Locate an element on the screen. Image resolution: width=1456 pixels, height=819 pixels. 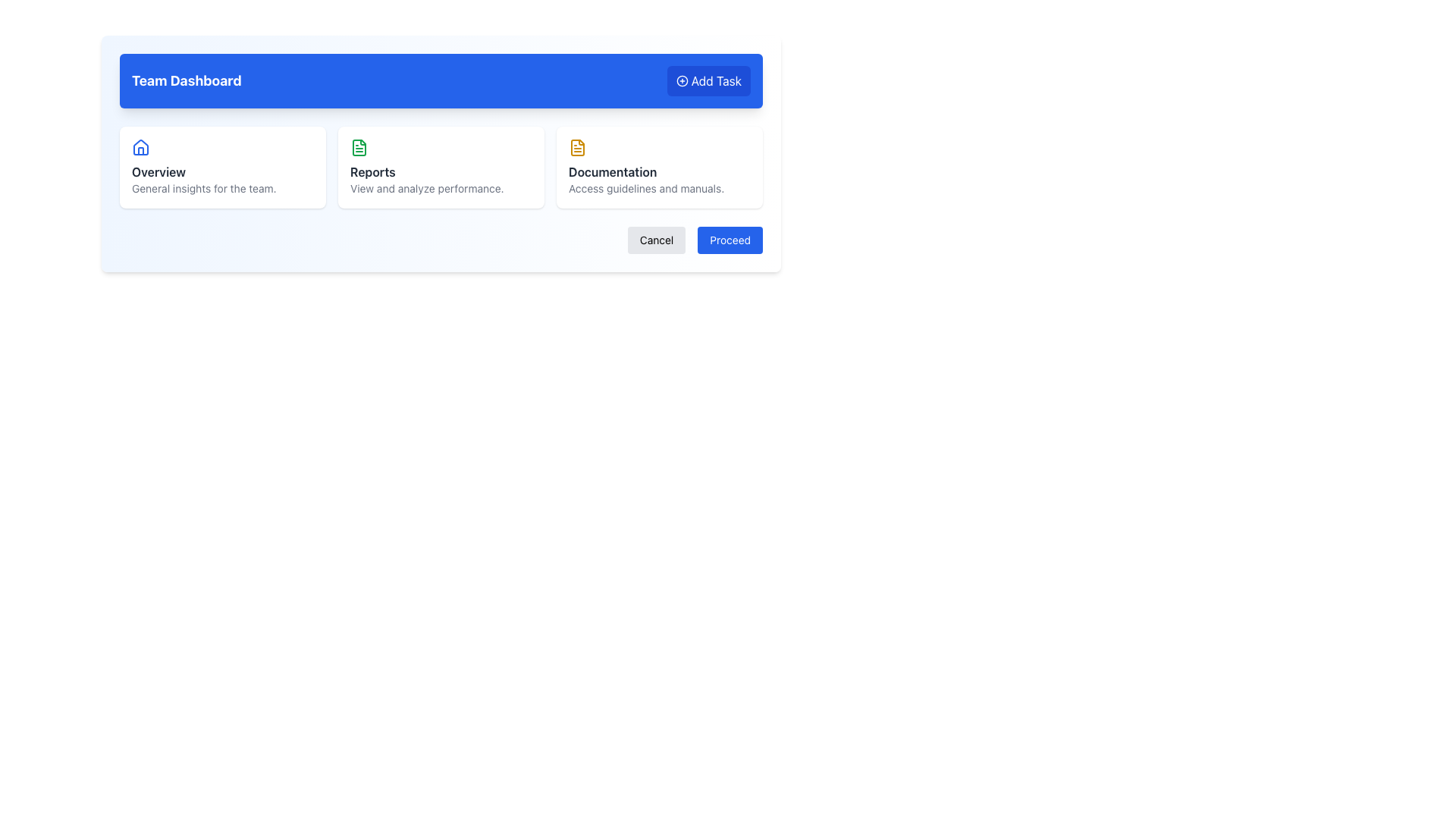
the 'Proceed' button, which is a rectangular button with rounded corners and a blue background, containing white text at its center, located at the bottom right corner of the layout and adjacent to the 'Cancel' button is located at coordinates (730, 239).